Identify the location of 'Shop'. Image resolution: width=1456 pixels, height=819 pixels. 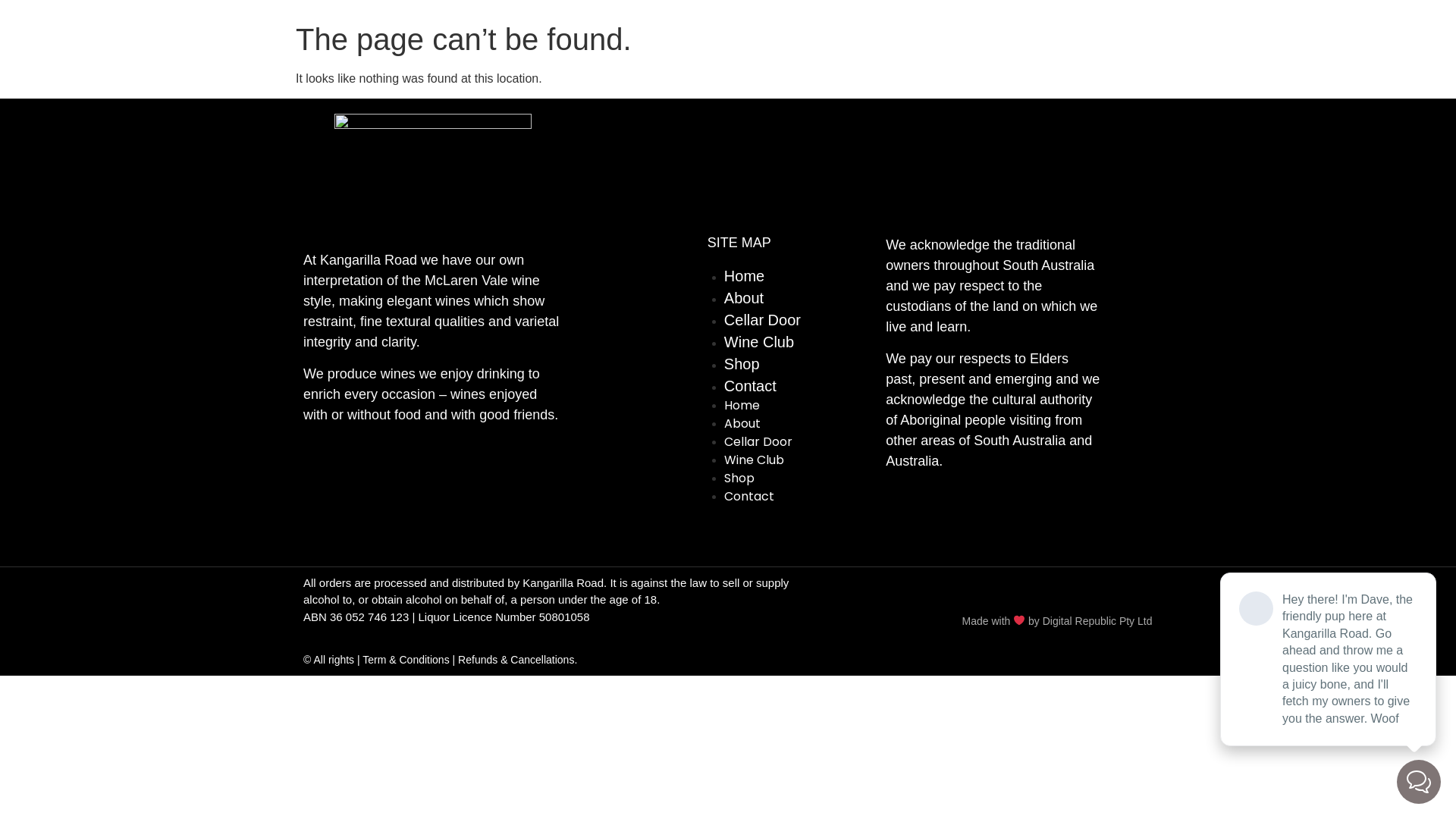
(739, 478).